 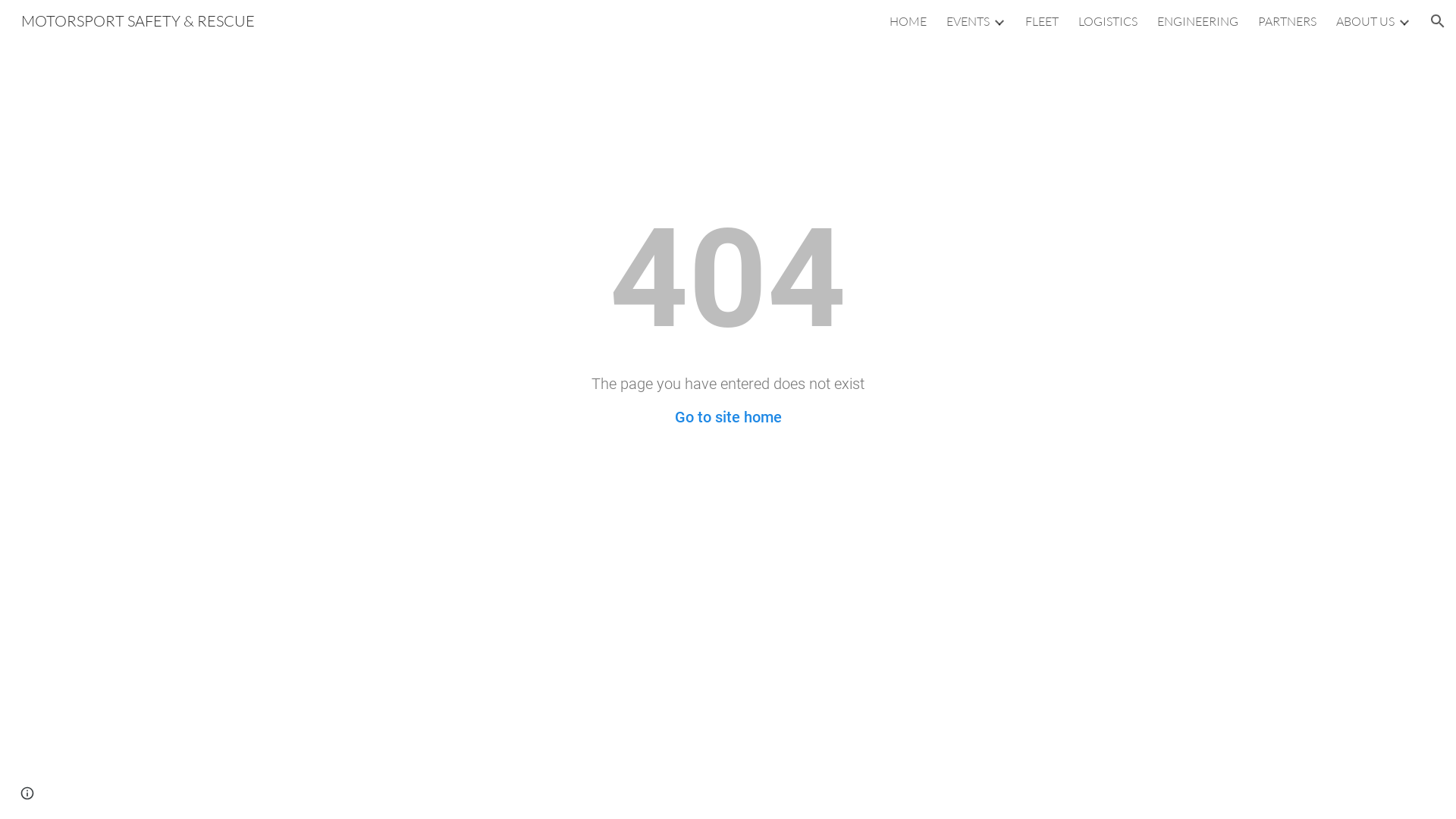 I want to click on 'LOGISTICS', so click(x=1077, y=20).